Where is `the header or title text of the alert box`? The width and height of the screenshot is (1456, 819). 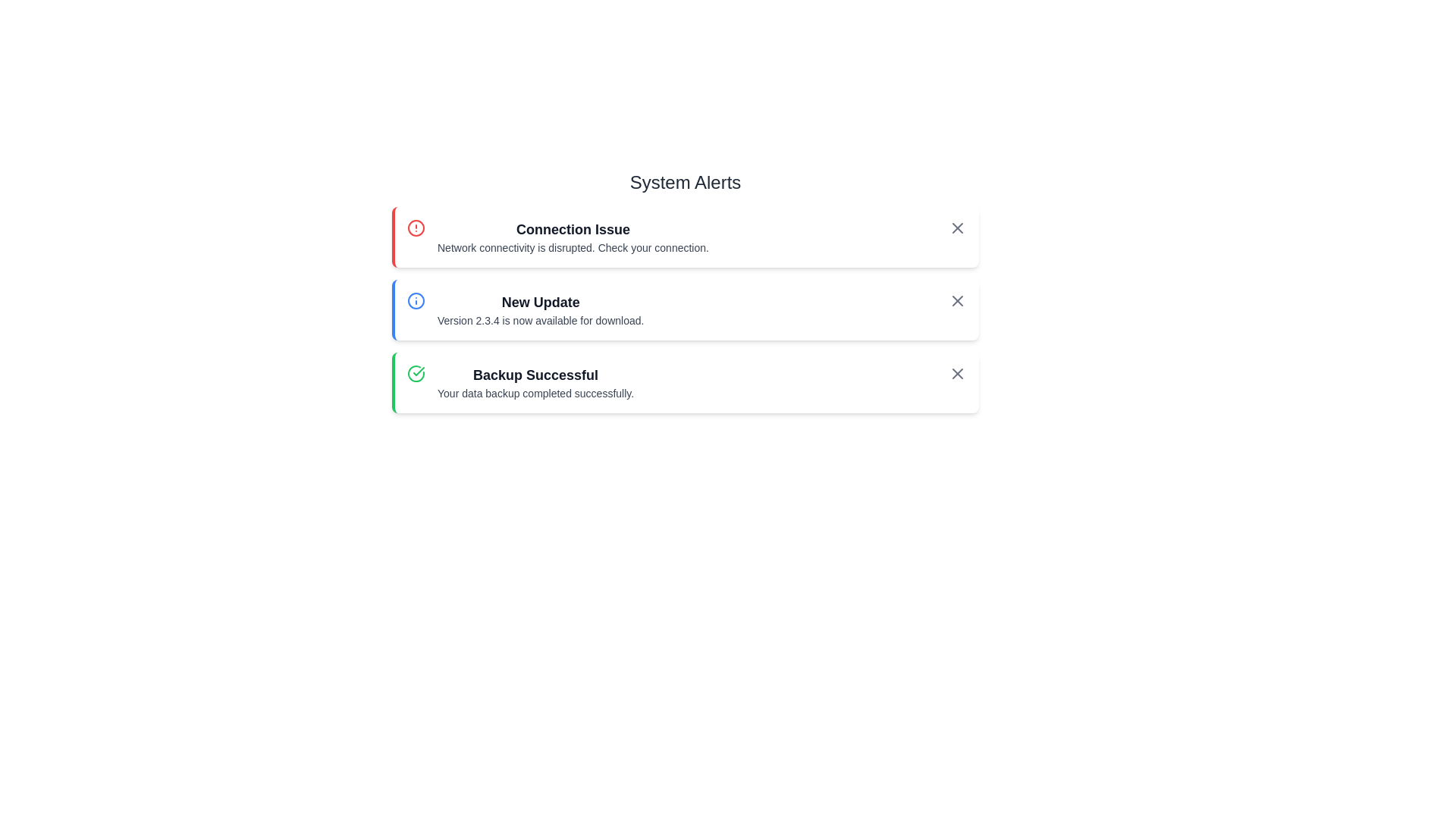 the header or title text of the alert box is located at coordinates (572, 230).